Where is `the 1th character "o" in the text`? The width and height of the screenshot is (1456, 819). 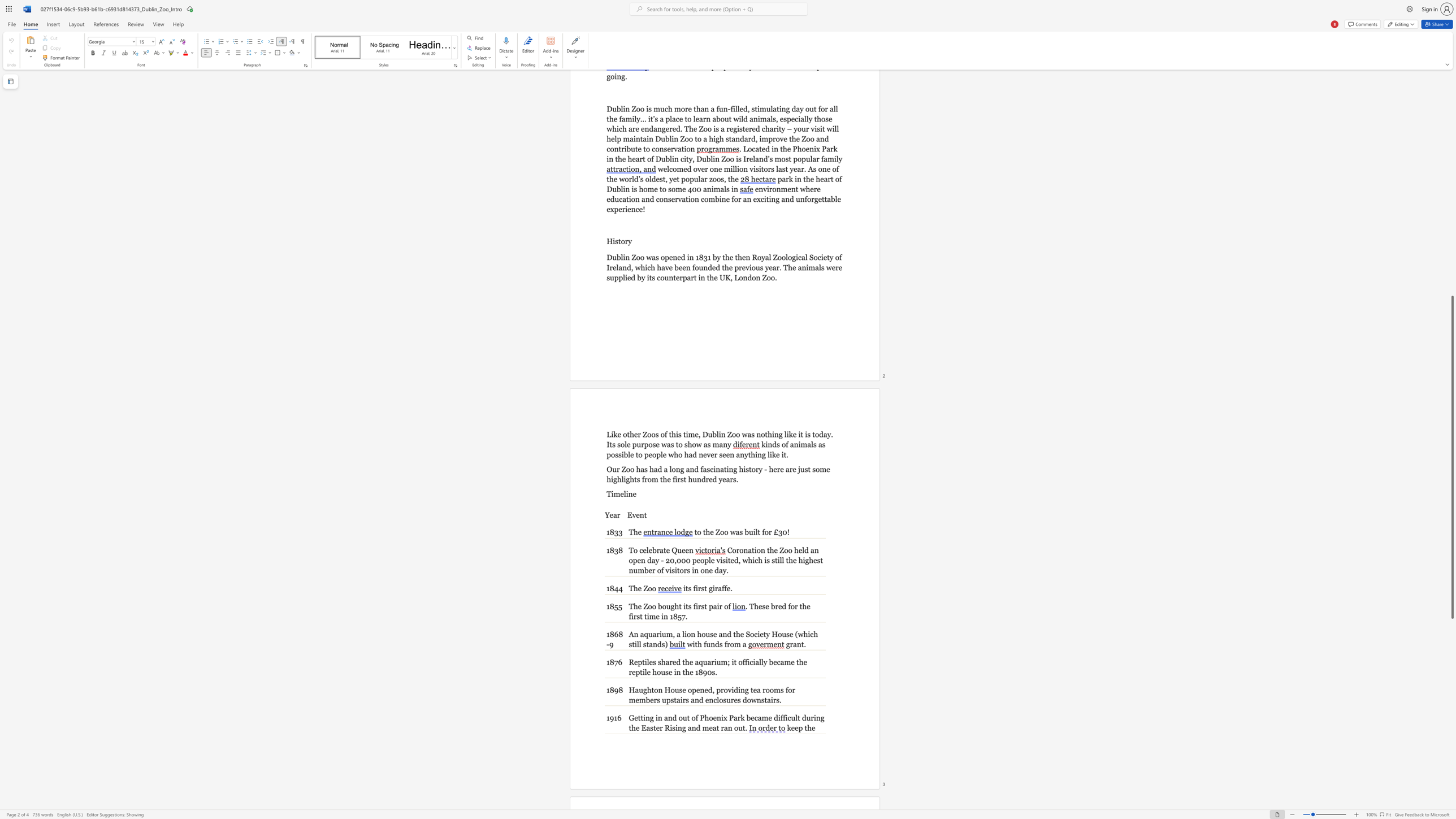
the 1th character "o" in the text is located at coordinates (649, 606).